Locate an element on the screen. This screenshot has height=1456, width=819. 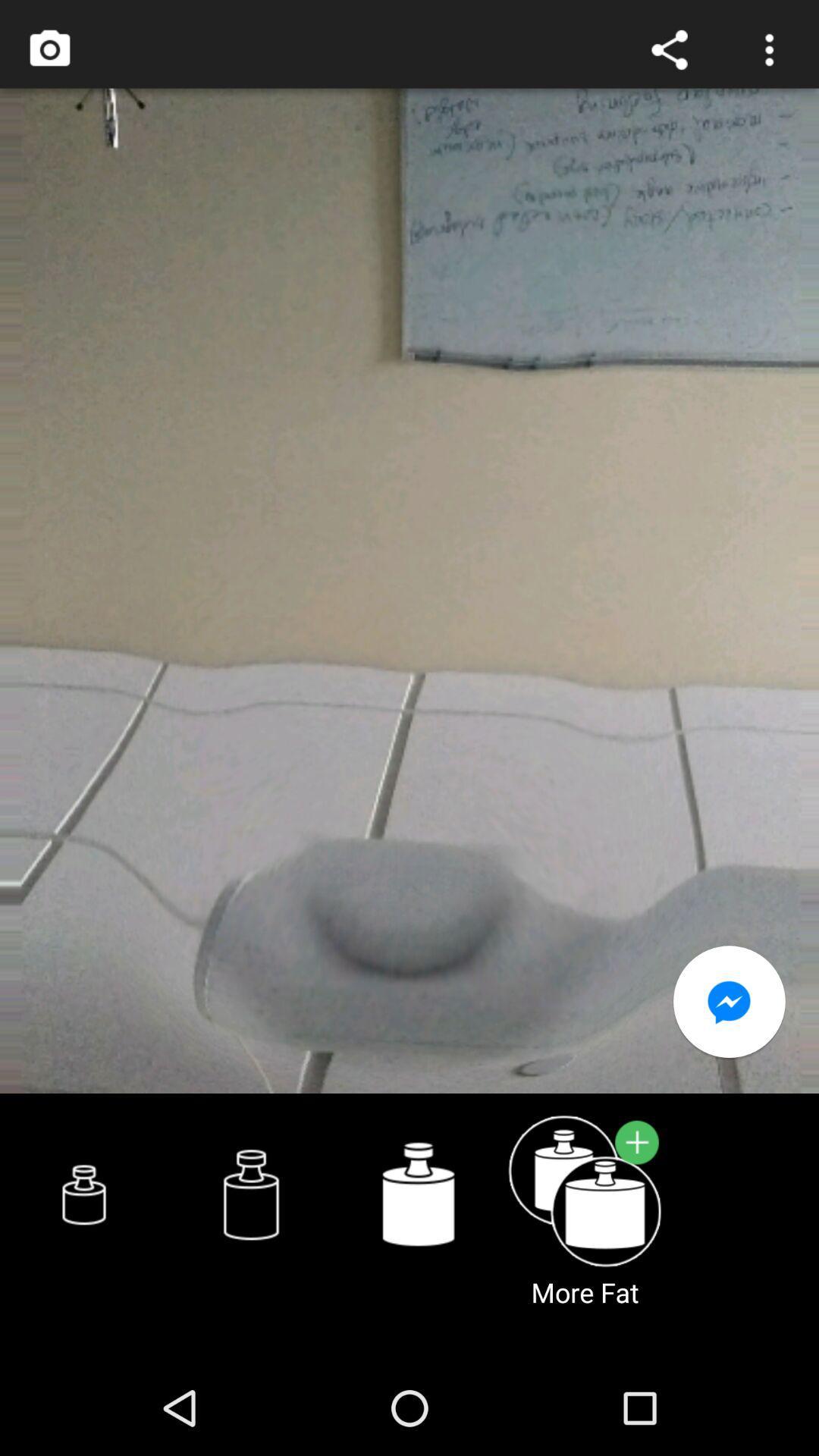
the photo icon is located at coordinates (49, 53).